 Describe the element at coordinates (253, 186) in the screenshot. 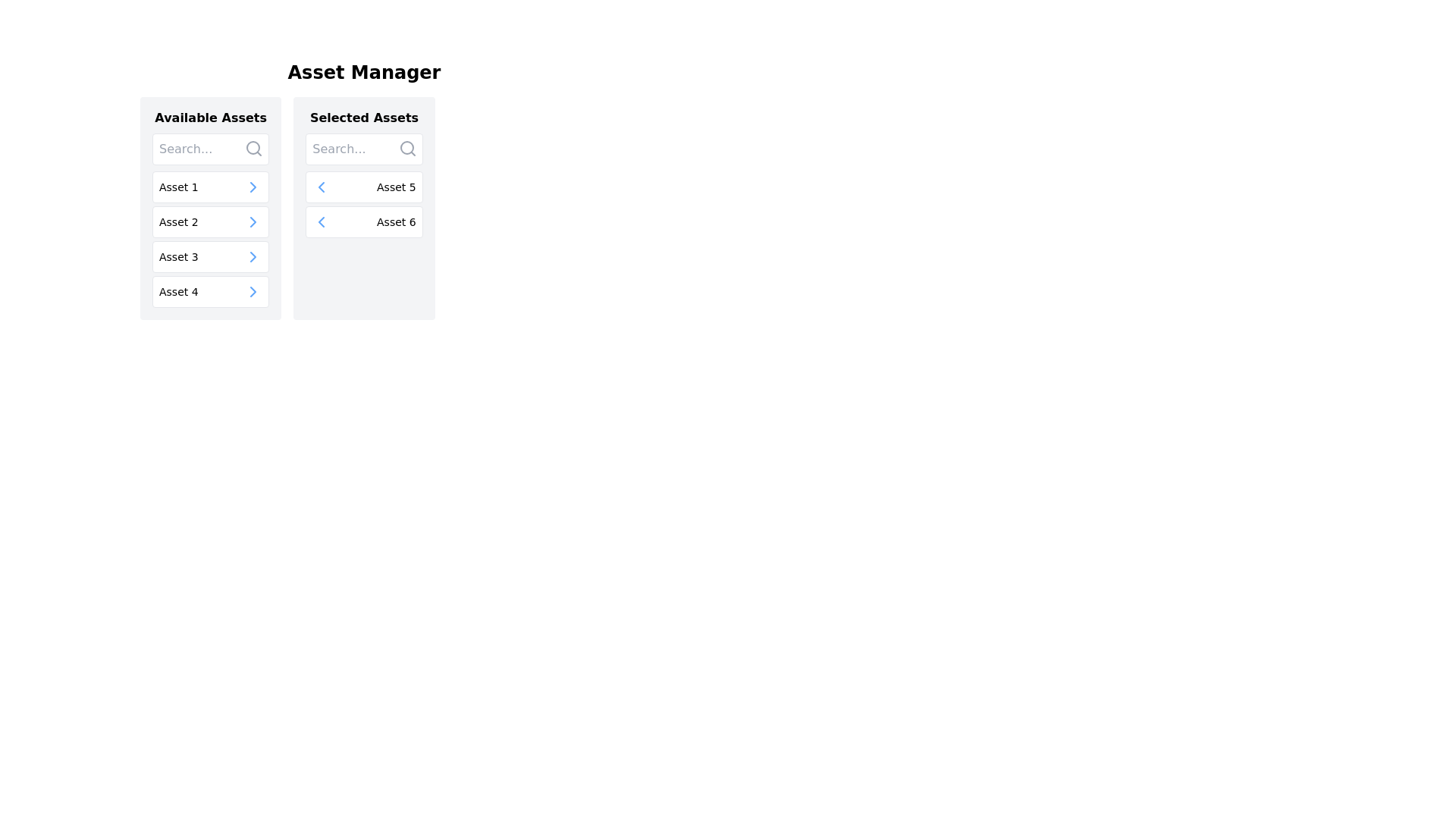

I see `the right-facing chevron icon, styled in blue, located at the right end of the 'Asset 1' item in the 'Available Assets' list` at that location.